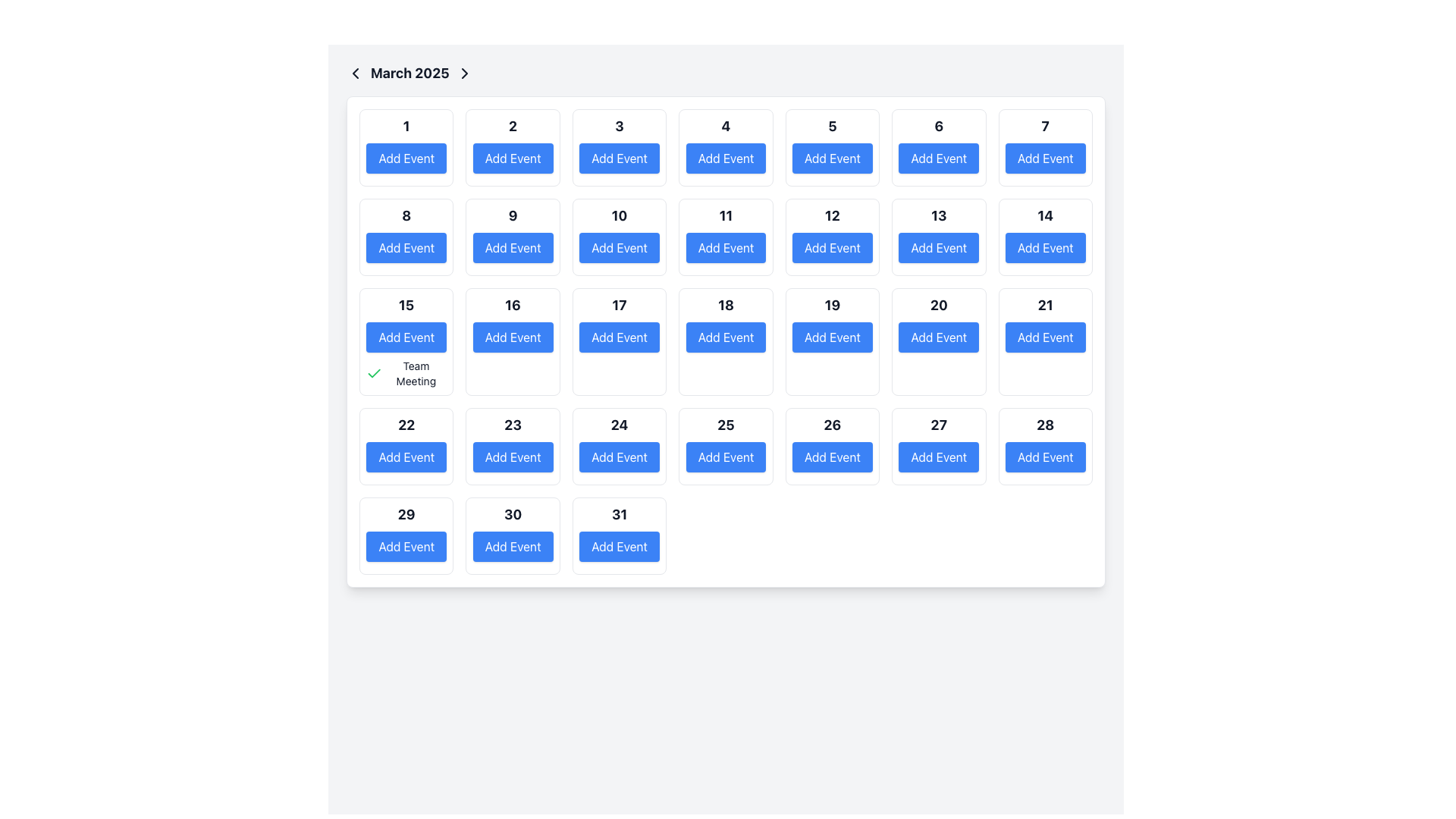 The height and width of the screenshot is (819, 1456). I want to click on the 'Add Event' button located within the bordered component for day 13 in the calendar grid, so click(938, 237).